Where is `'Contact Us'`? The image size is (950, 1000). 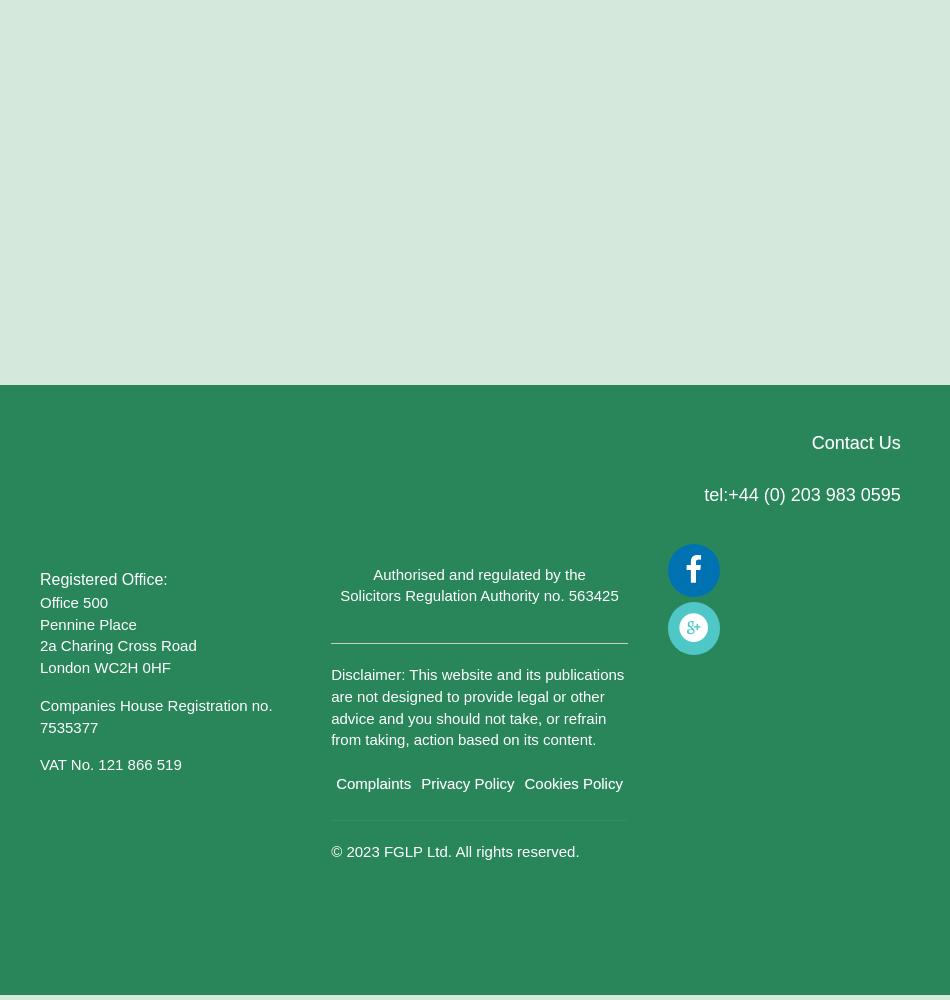
'Contact Us' is located at coordinates (854, 442).